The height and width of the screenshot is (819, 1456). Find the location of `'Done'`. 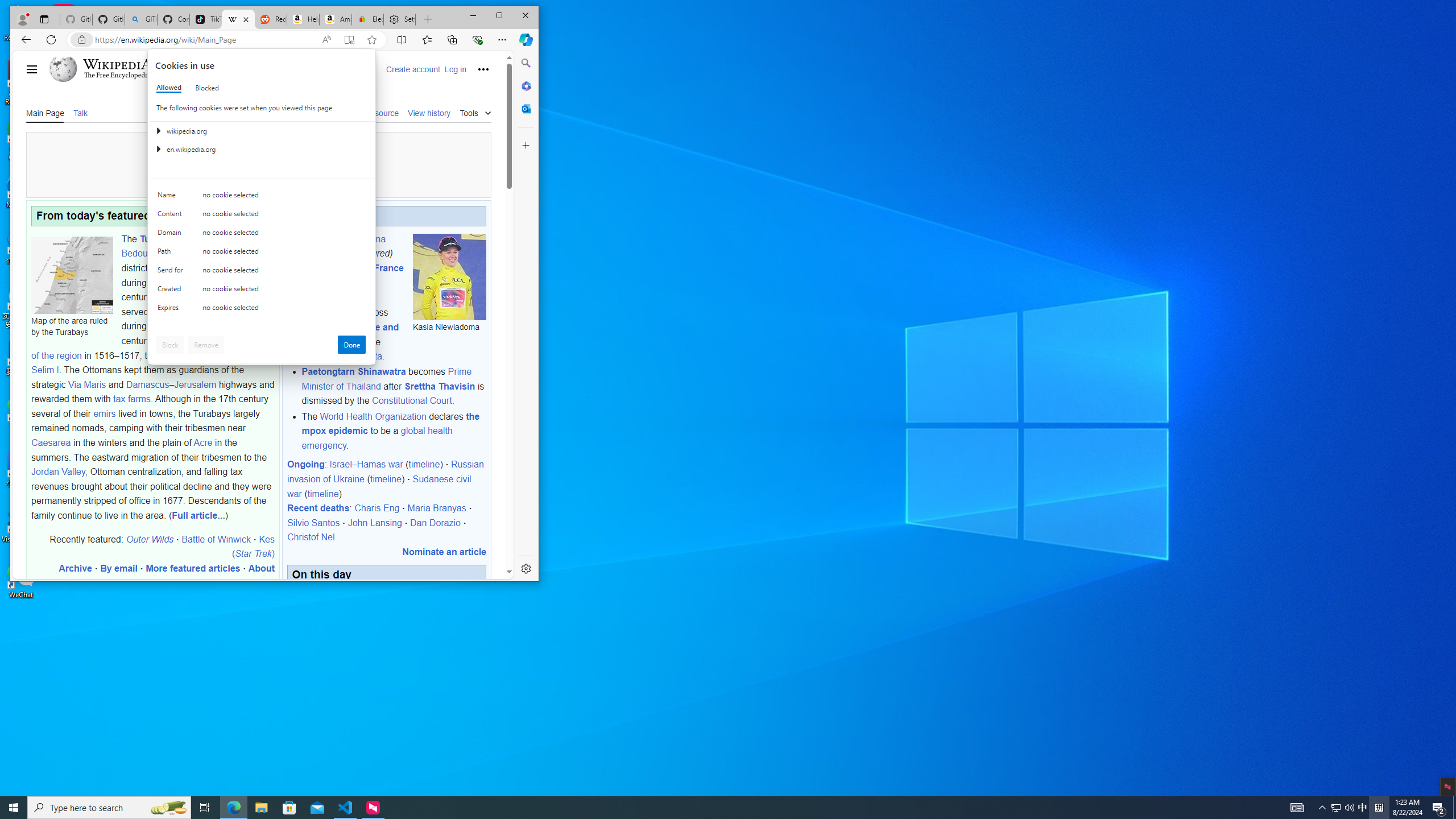

'Done' is located at coordinates (351, 344).